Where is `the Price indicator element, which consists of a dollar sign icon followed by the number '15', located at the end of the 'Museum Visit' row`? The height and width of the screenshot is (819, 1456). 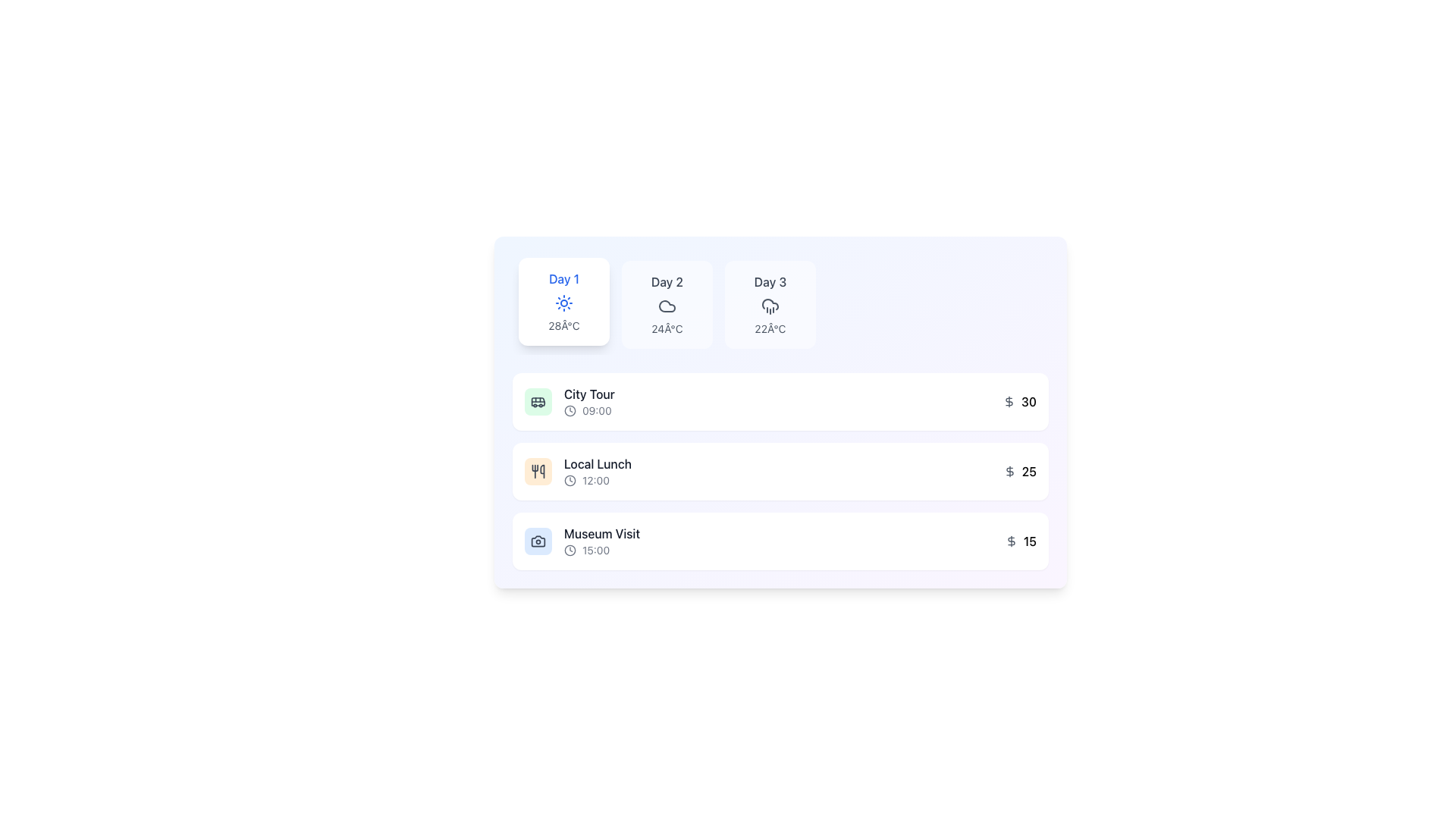
the Price indicator element, which consists of a dollar sign icon followed by the number '15', located at the end of the 'Museum Visit' row is located at coordinates (1021, 540).